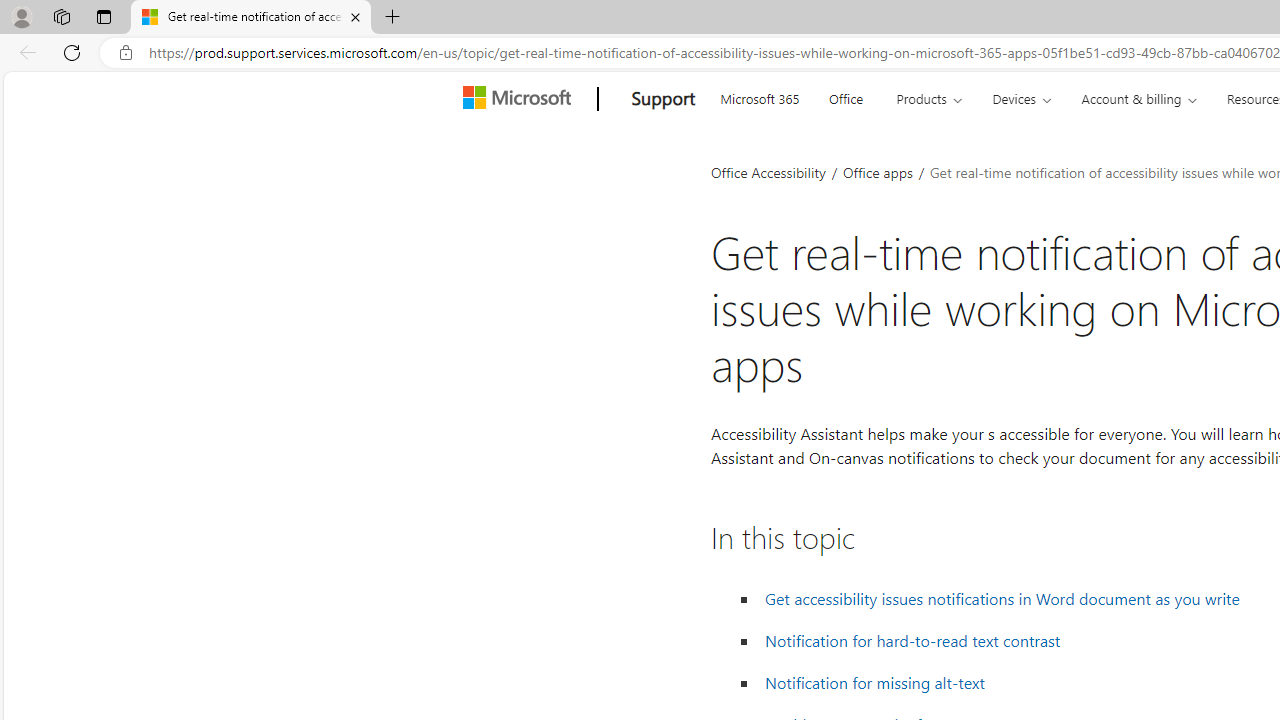 The height and width of the screenshot is (720, 1280). What do you see at coordinates (125, 52) in the screenshot?
I see `'View site information'` at bounding box center [125, 52].